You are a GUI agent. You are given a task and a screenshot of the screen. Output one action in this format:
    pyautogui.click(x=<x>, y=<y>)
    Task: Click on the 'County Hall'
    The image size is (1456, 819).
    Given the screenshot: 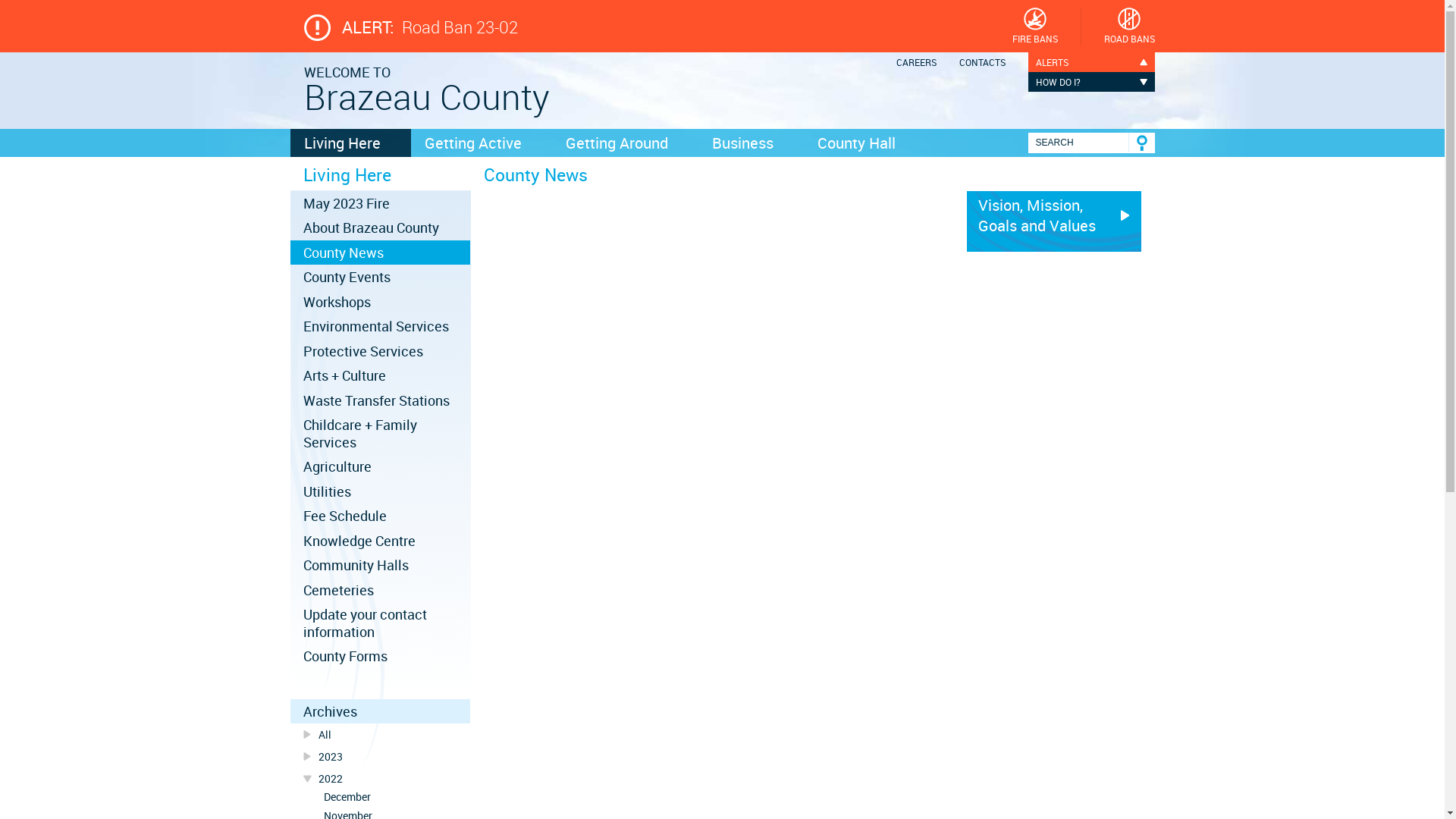 What is the action you would take?
    pyautogui.click(x=864, y=143)
    